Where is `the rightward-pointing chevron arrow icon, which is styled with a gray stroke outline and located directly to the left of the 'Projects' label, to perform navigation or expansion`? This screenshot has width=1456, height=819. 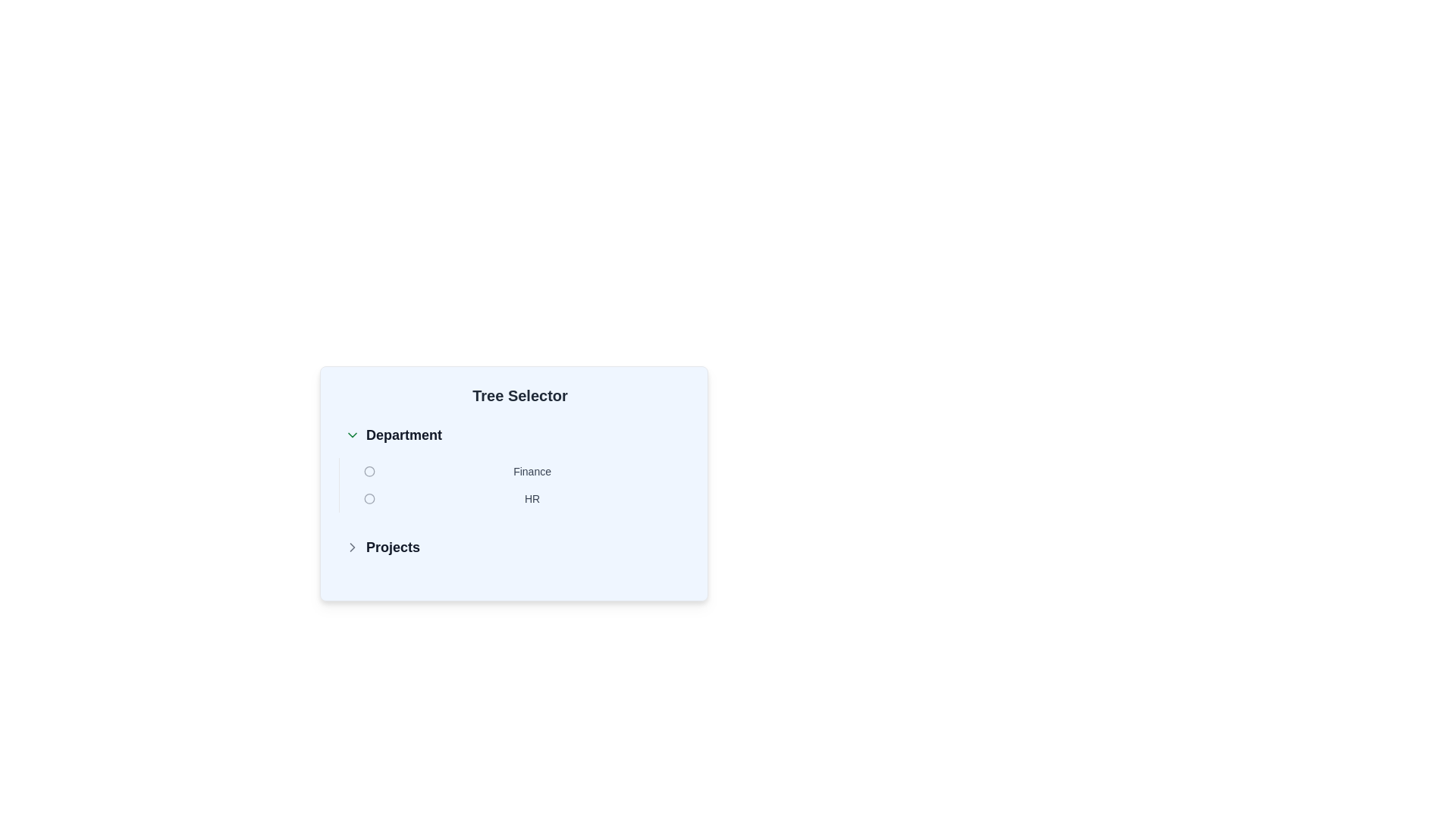
the rightward-pointing chevron arrow icon, which is styled with a gray stroke outline and located directly to the left of the 'Projects' label, to perform navigation or expansion is located at coordinates (352, 547).